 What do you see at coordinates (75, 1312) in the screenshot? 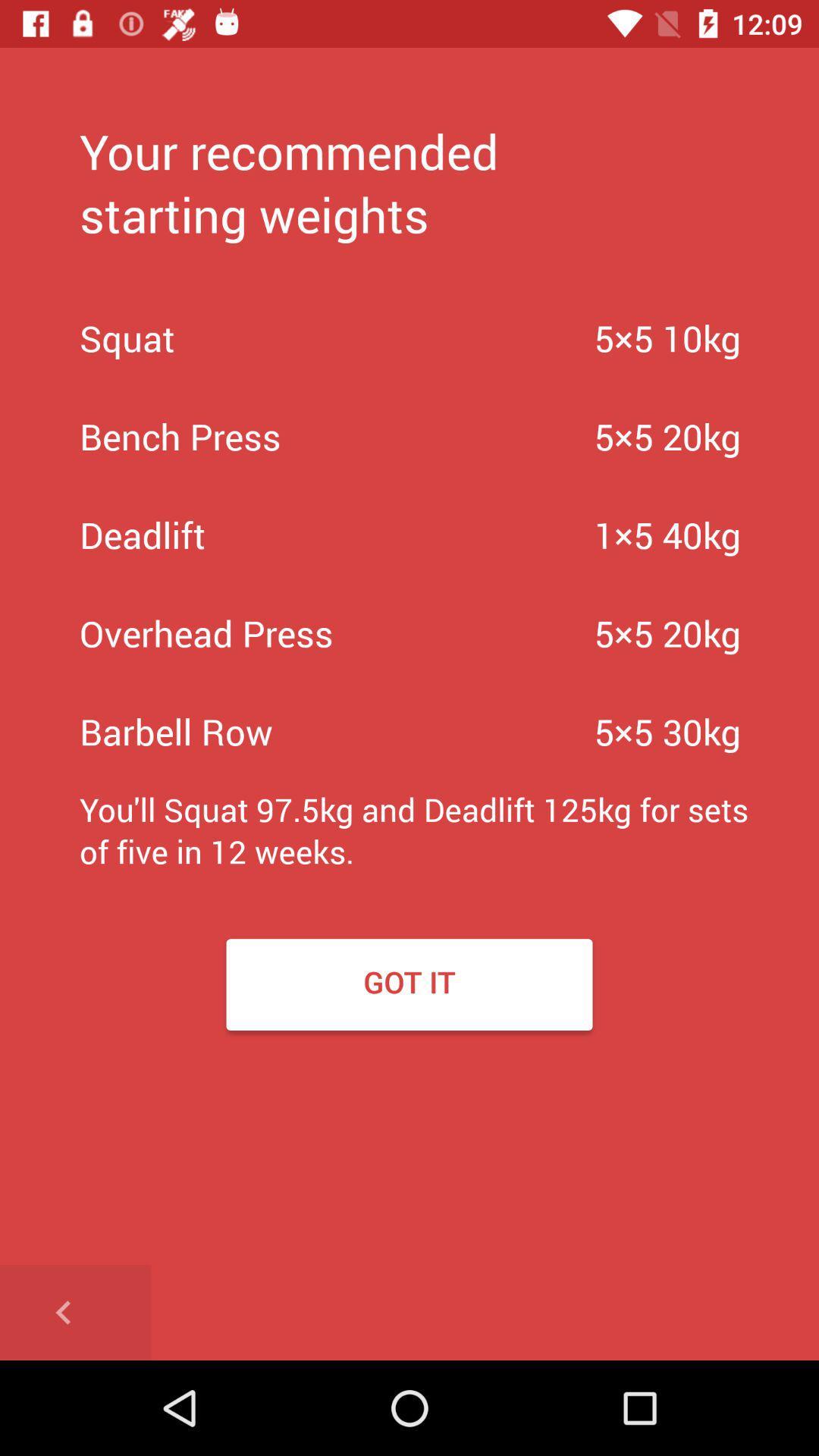
I see `icon at the bottom left corner` at bounding box center [75, 1312].